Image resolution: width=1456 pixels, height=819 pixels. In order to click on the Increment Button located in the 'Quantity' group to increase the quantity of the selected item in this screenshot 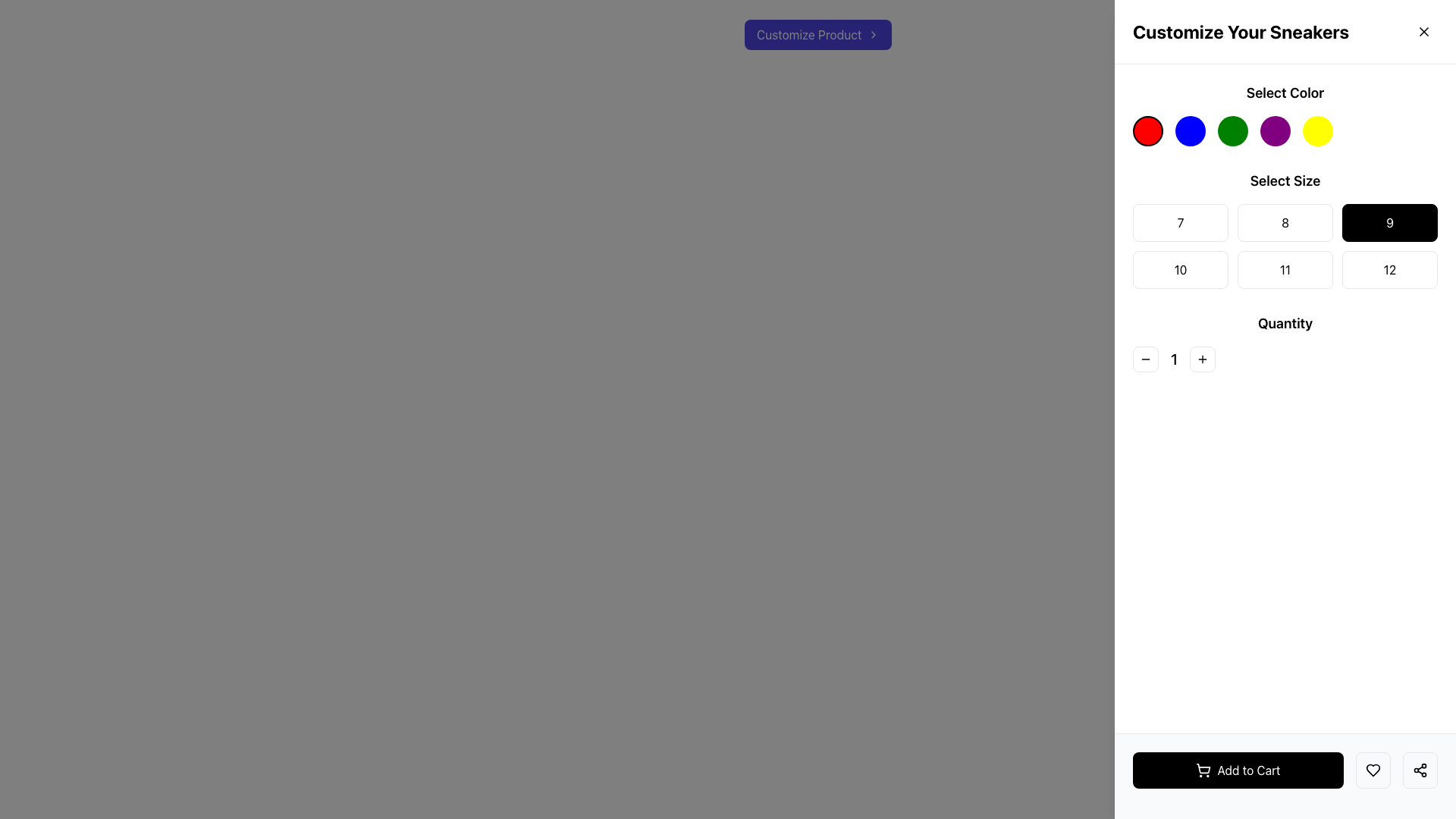, I will do `click(1202, 359)`.